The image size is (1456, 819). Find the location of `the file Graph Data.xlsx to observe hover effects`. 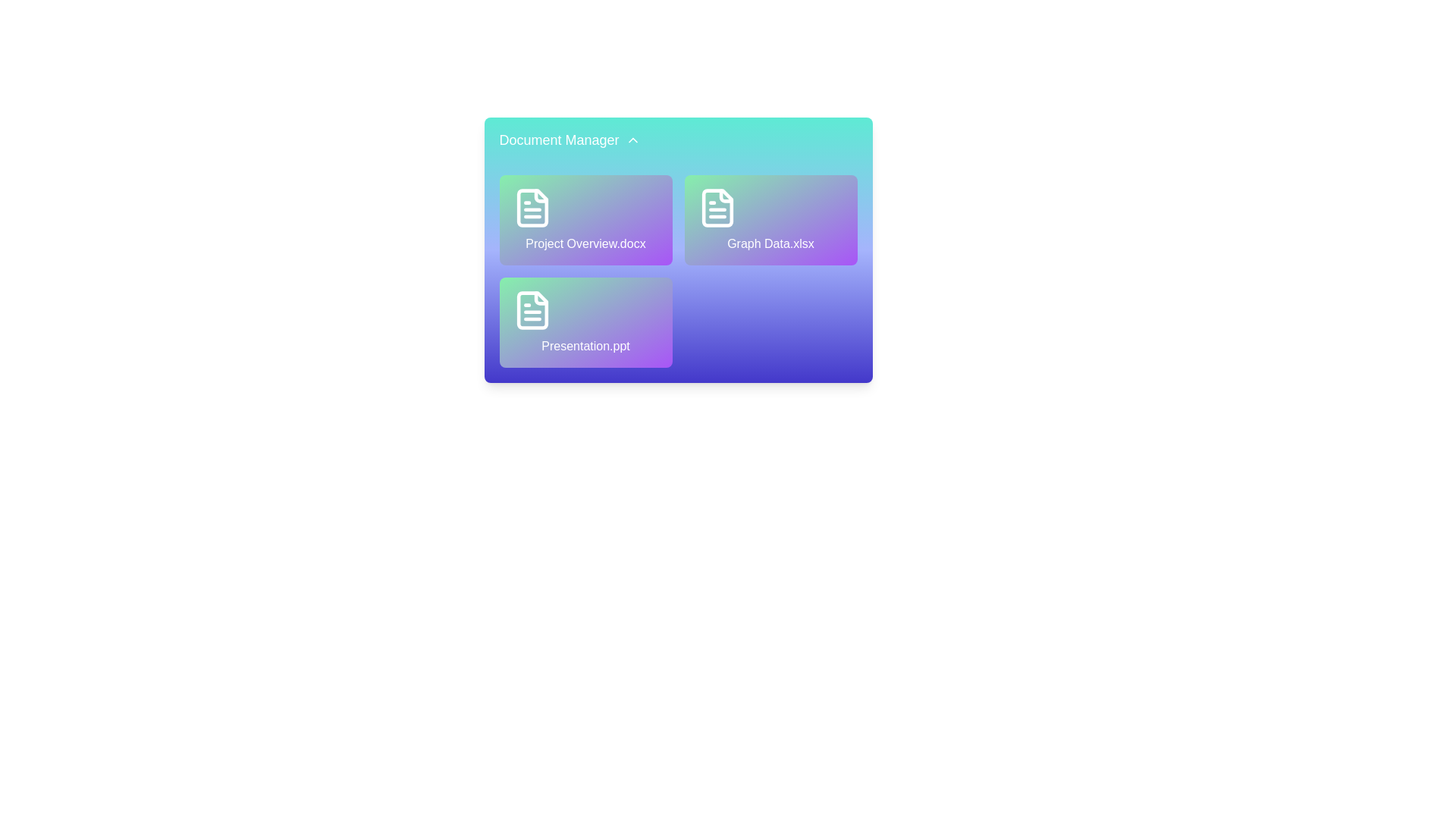

the file Graph Data.xlsx to observe hover effects is located at coordinates (770, 220).